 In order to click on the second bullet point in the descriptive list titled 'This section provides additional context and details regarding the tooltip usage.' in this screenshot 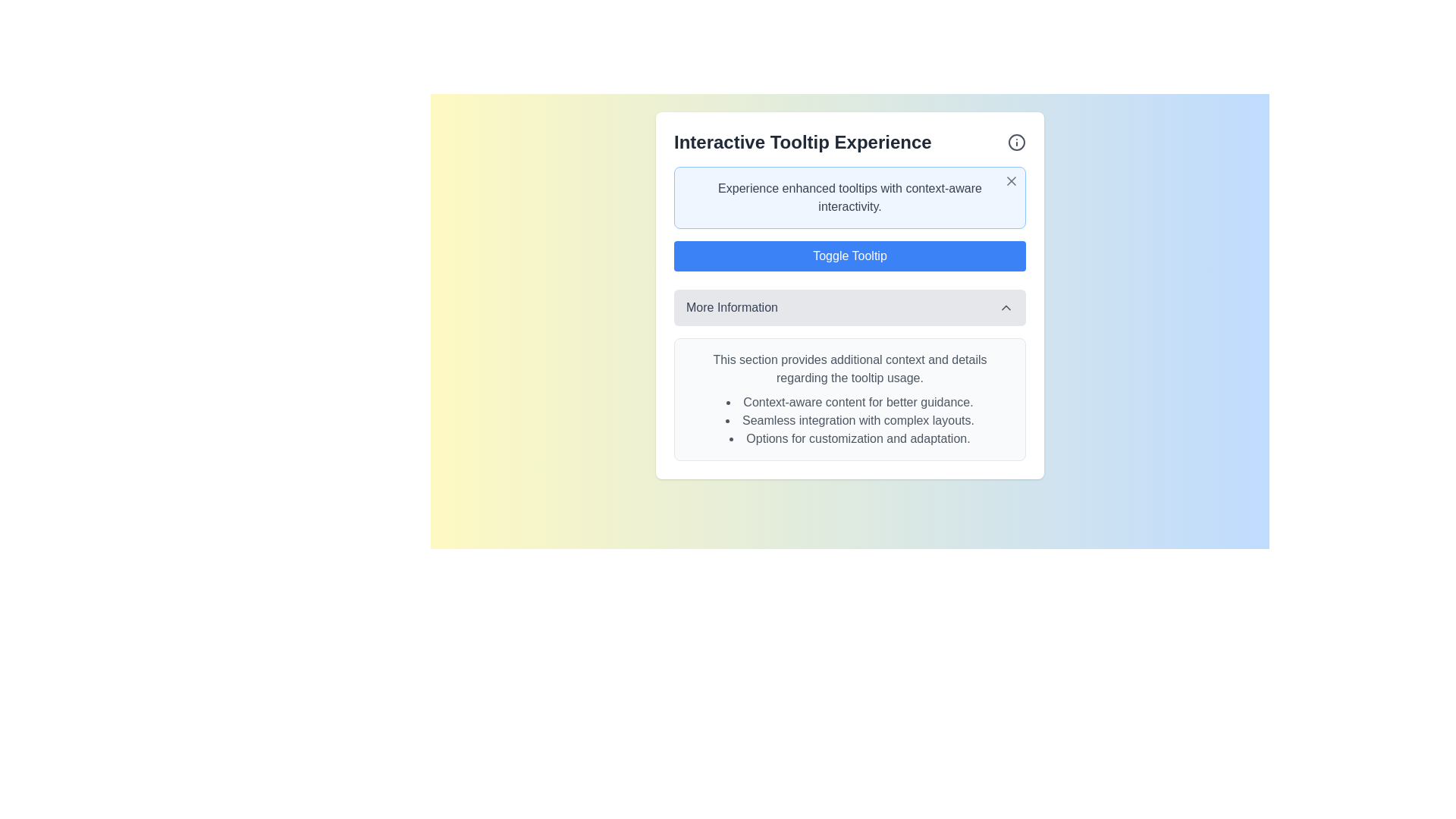, I will do `click(850, 421)`.